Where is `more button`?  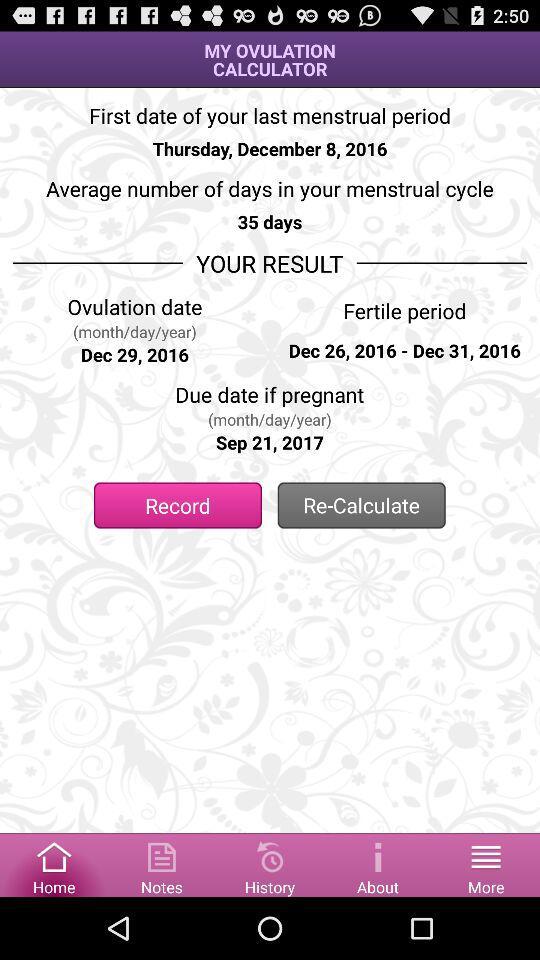 more button is located at coordinates (485, 863).